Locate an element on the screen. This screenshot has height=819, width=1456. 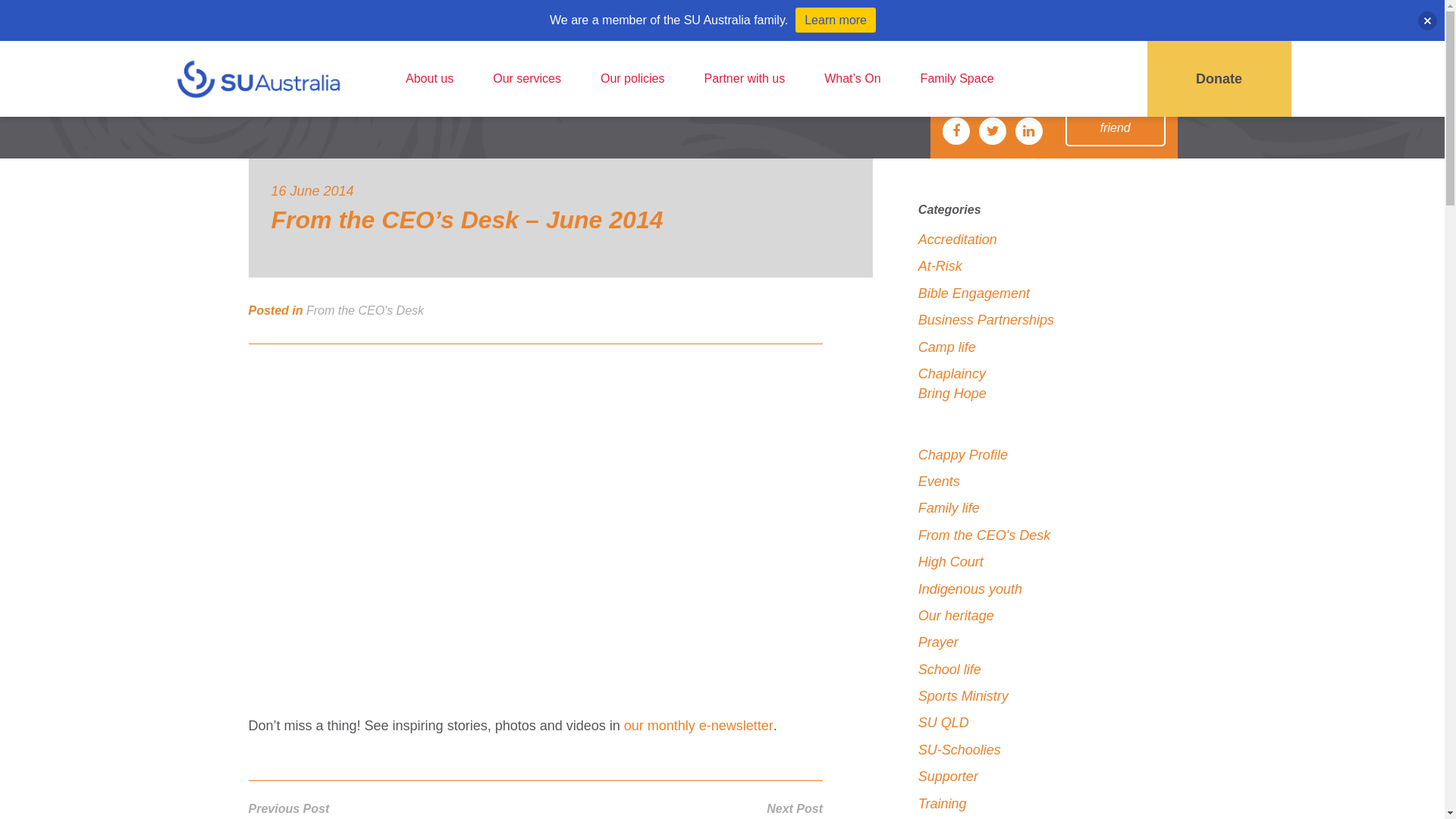
'Learn more' is located at coordinates (835, 20).